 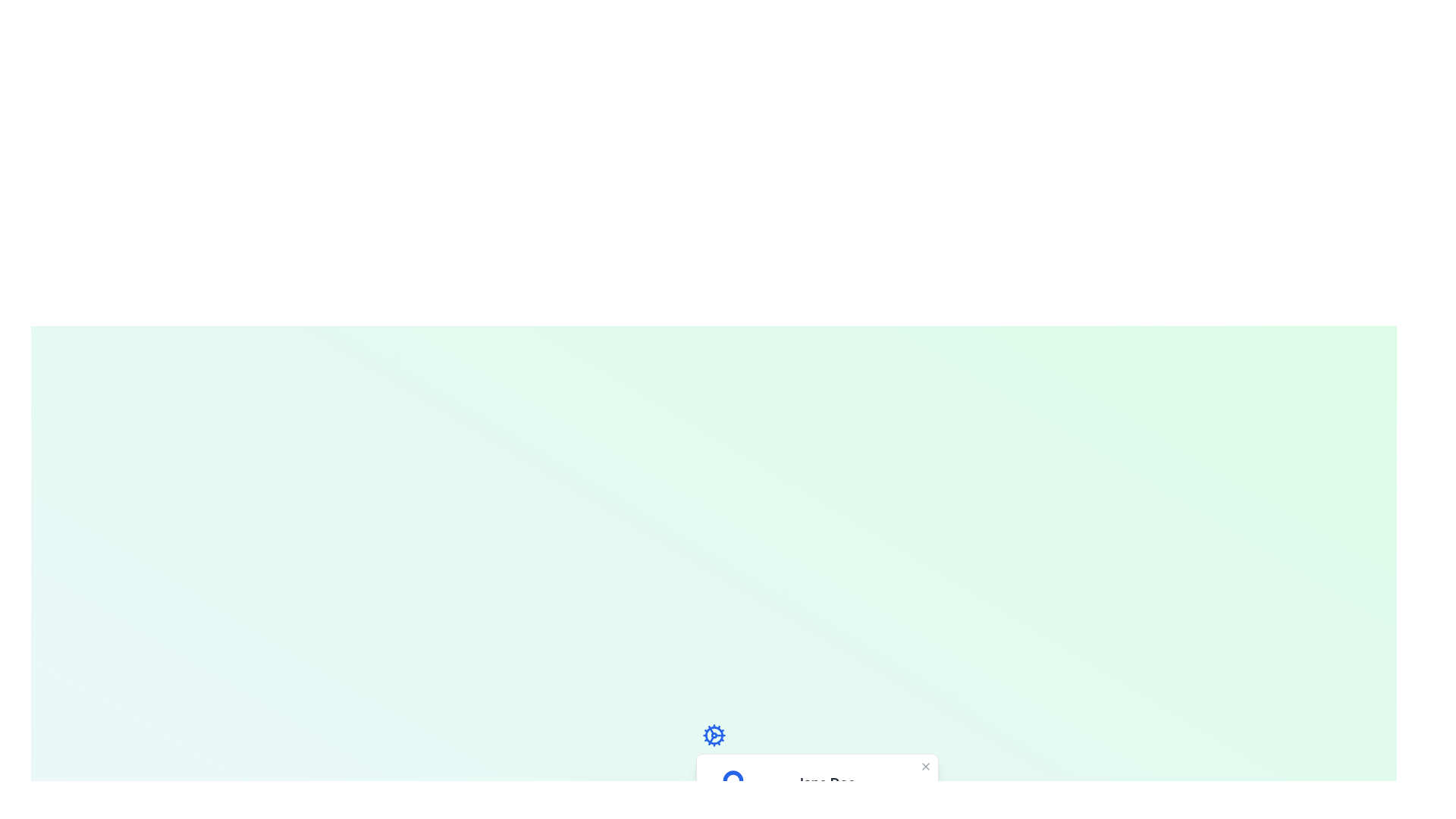 I want to click on the diagonal line within the cogwheel icon, which represents the configuration or settings symbol, so click(x=710, y=730).